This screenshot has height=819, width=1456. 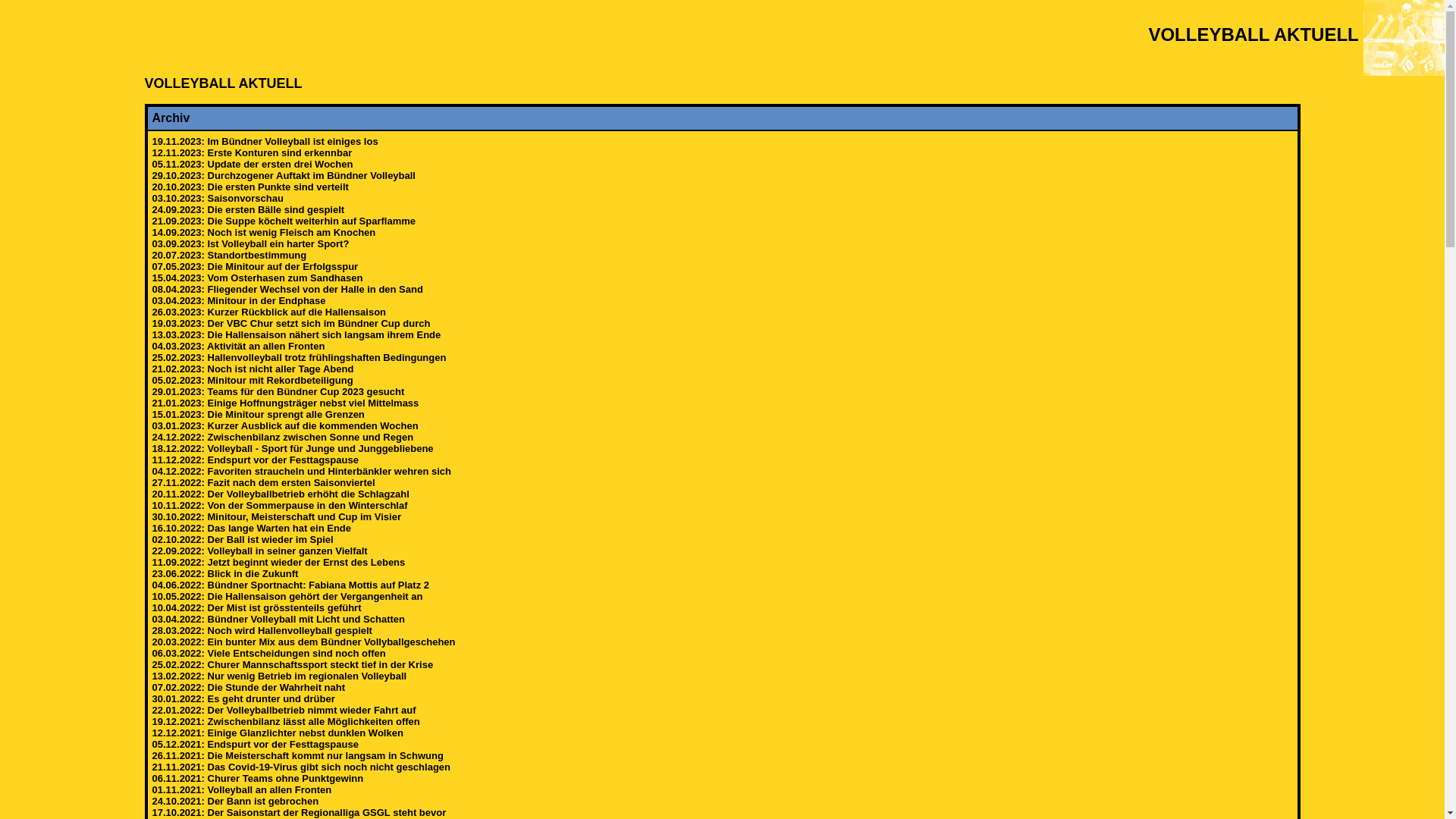 What do you see at coordinates (276, 516) in the screenshot?
I see `'30.10.2022: Minitour, Meisterschaft und Cup im Visier'` at bounding box center [276, 516].